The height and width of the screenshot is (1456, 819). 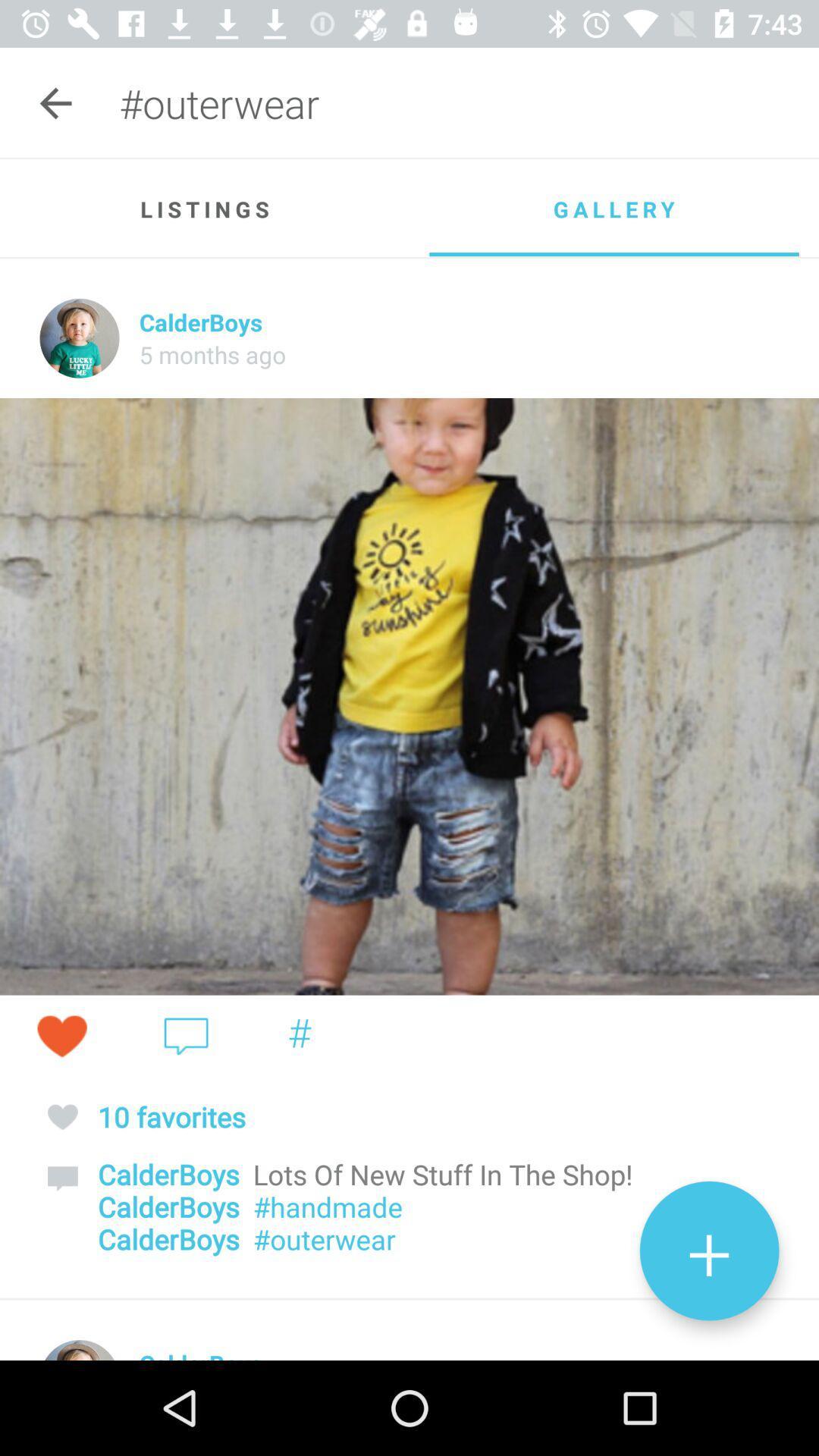 I want to click on comment, so click(x=185, y=1035).